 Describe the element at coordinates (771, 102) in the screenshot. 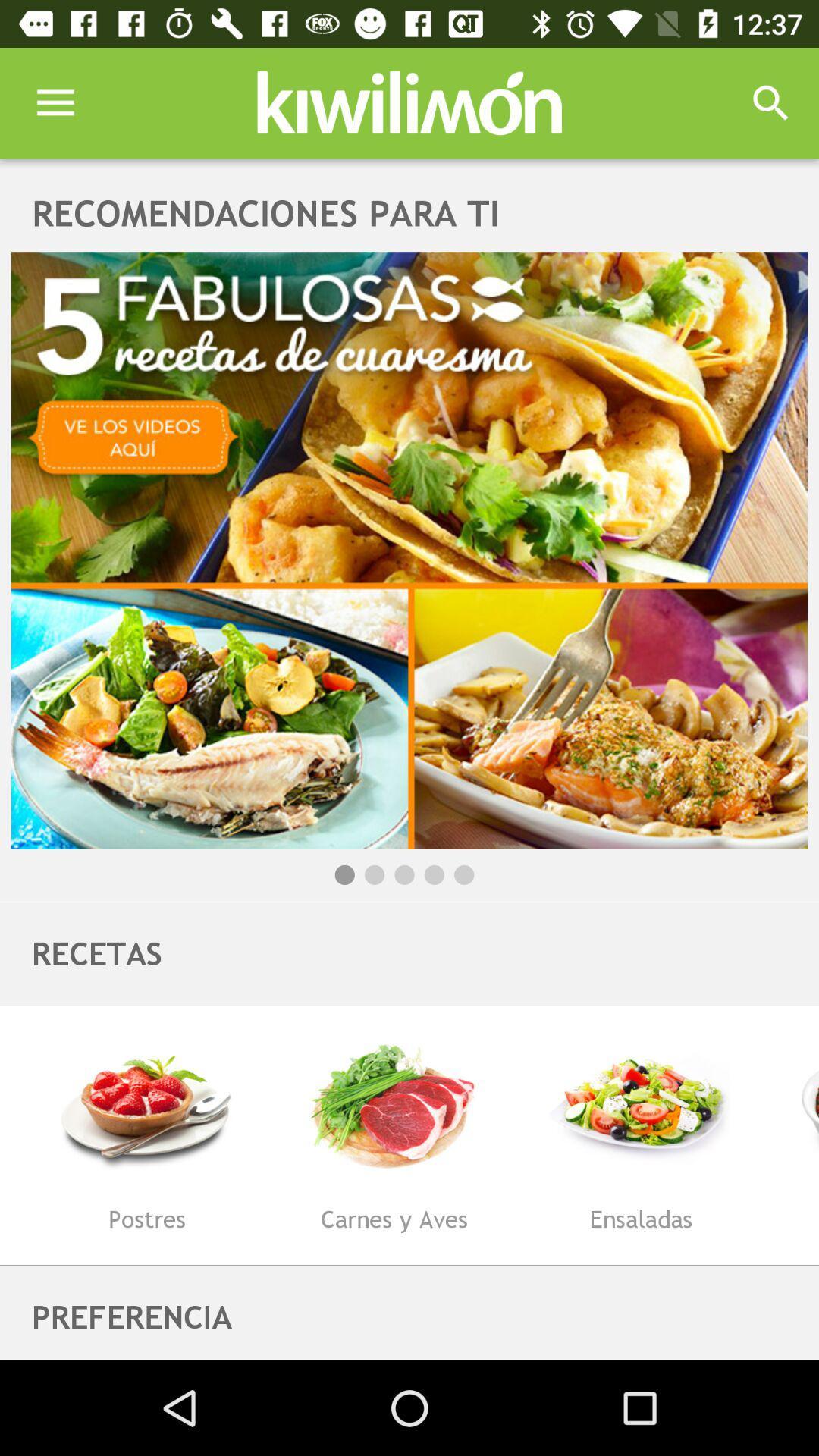

I see `icon at the top right corner` at that location.